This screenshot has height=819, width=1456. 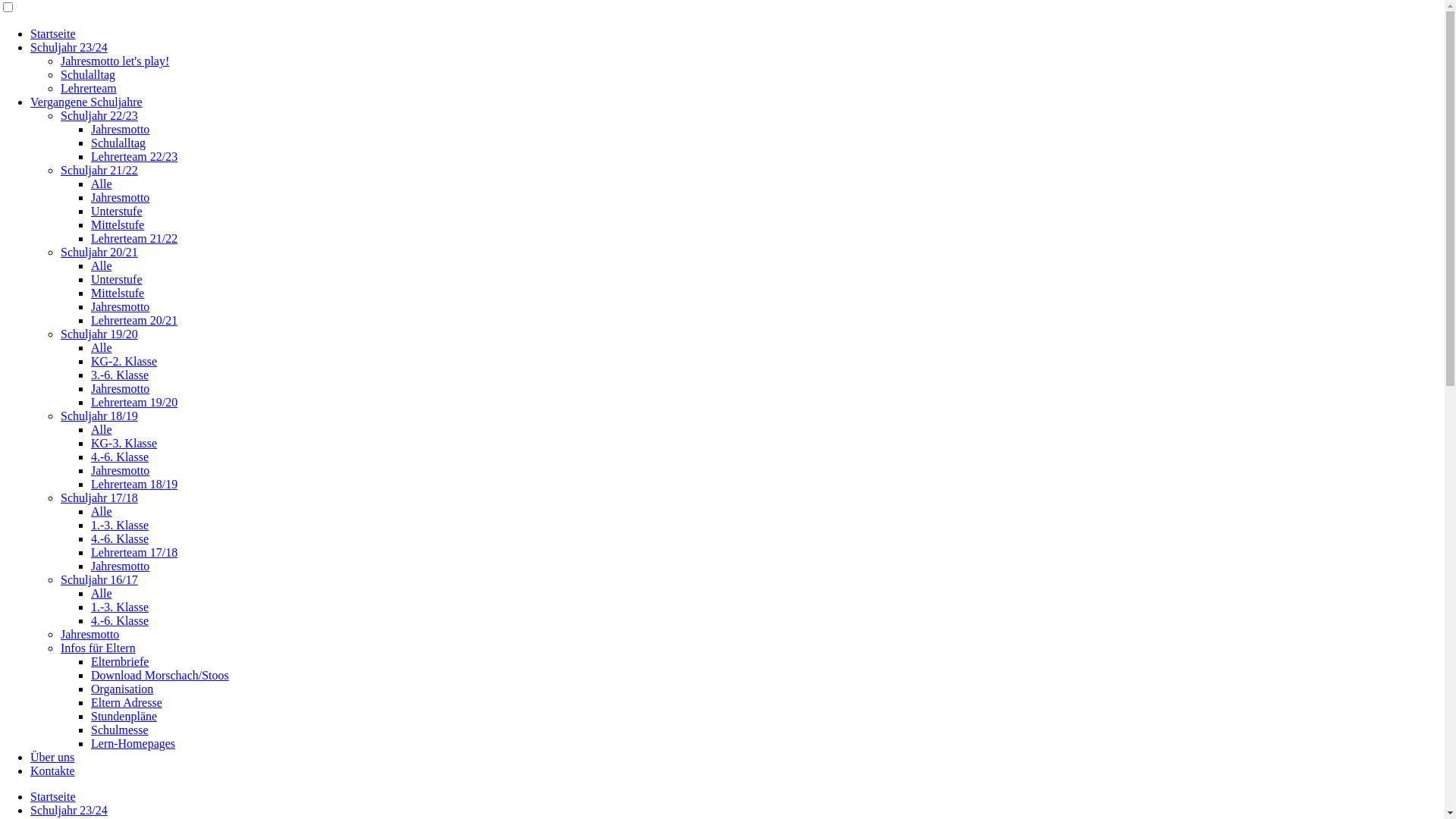 What do you see at coordinates (98, 115) in the screenshot?
I see `'Schuljahr 22/23'` at bounding box center [98, 115].